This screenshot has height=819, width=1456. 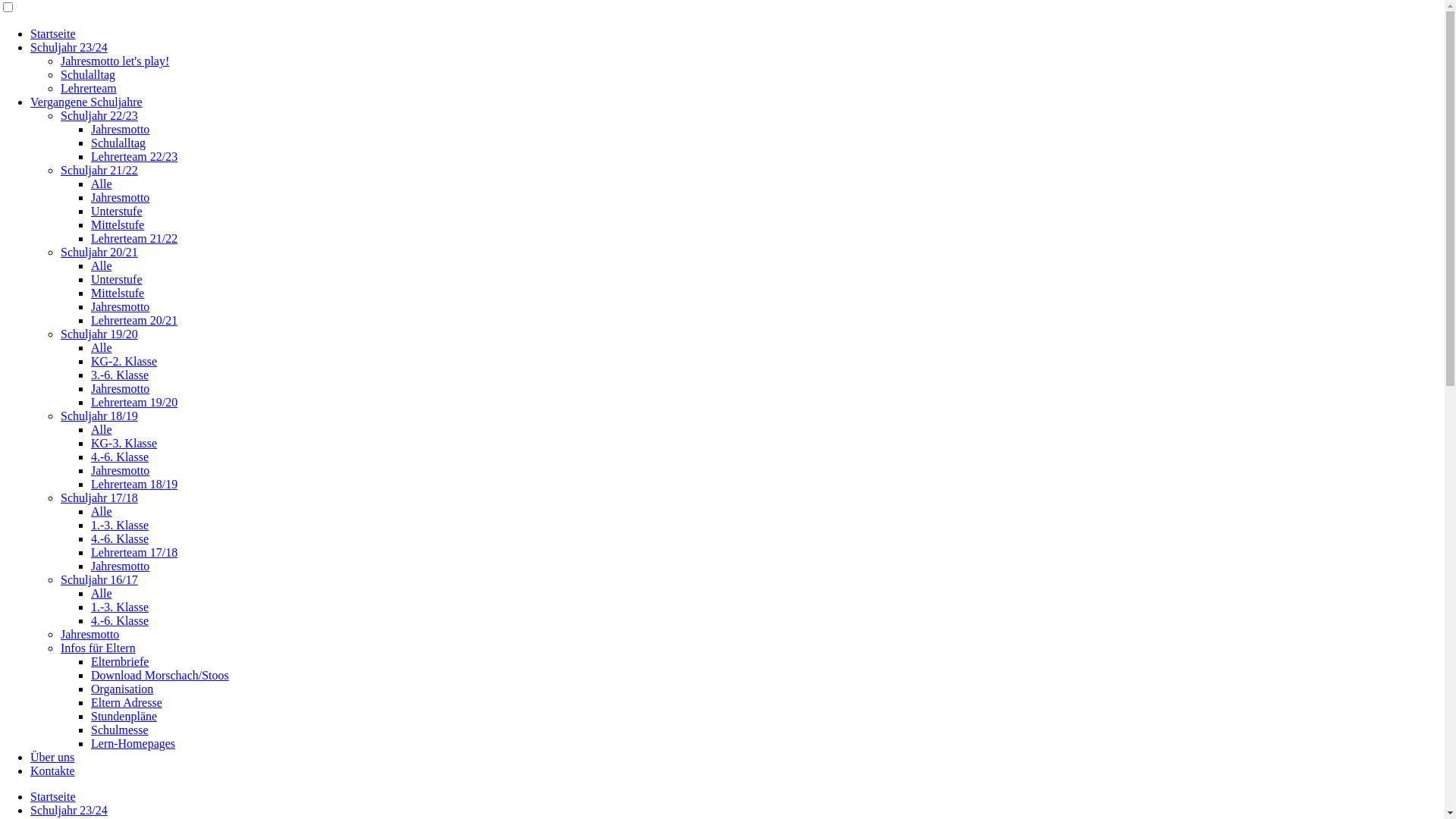 What do you see at coordinates (98, 115) in the screenshot?
I see `'Schuljahr 22/23'` at bounding box center [98, 115].